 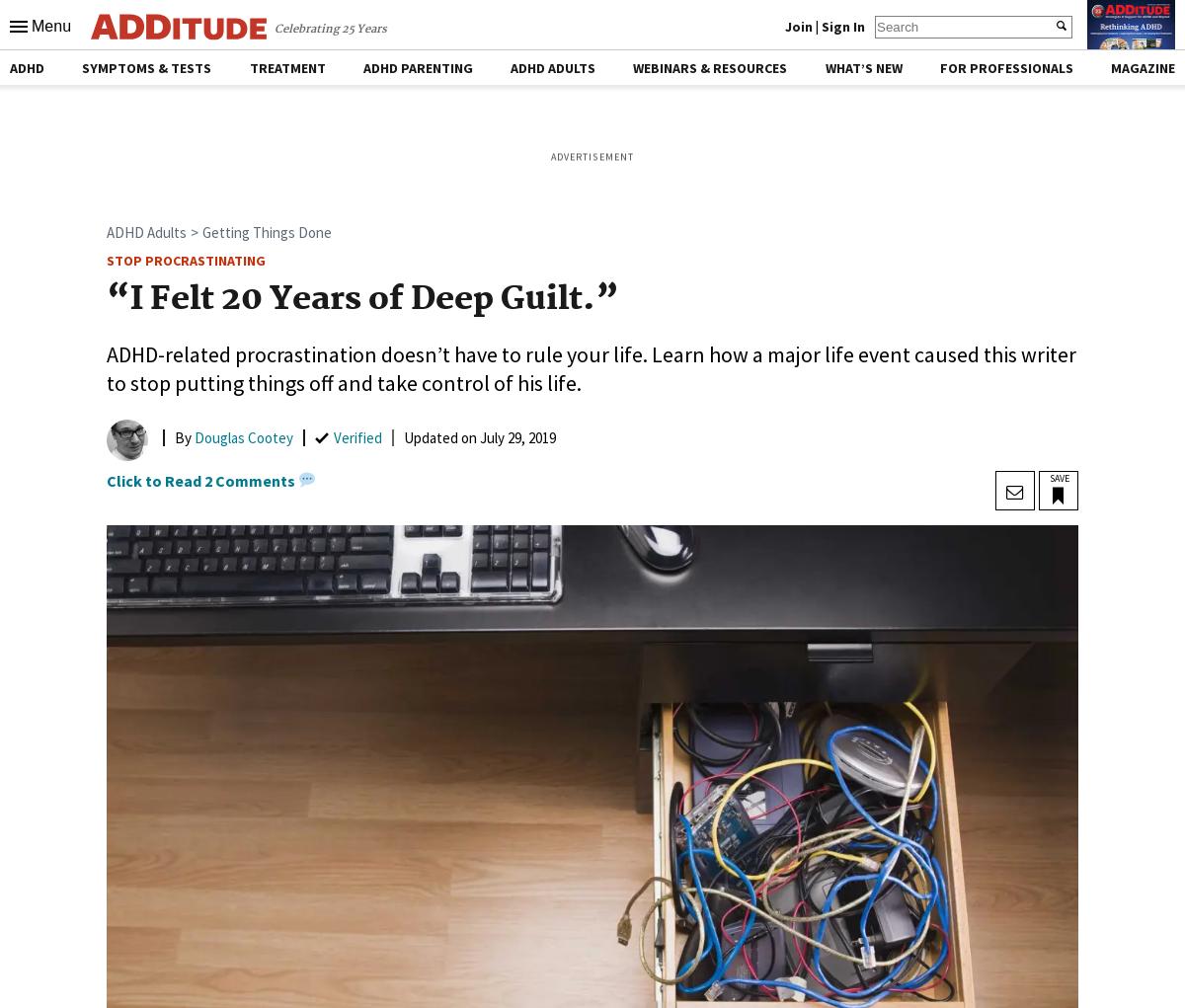 I want to click on 'WHAT’S NEW', so click(x=861, y=66).